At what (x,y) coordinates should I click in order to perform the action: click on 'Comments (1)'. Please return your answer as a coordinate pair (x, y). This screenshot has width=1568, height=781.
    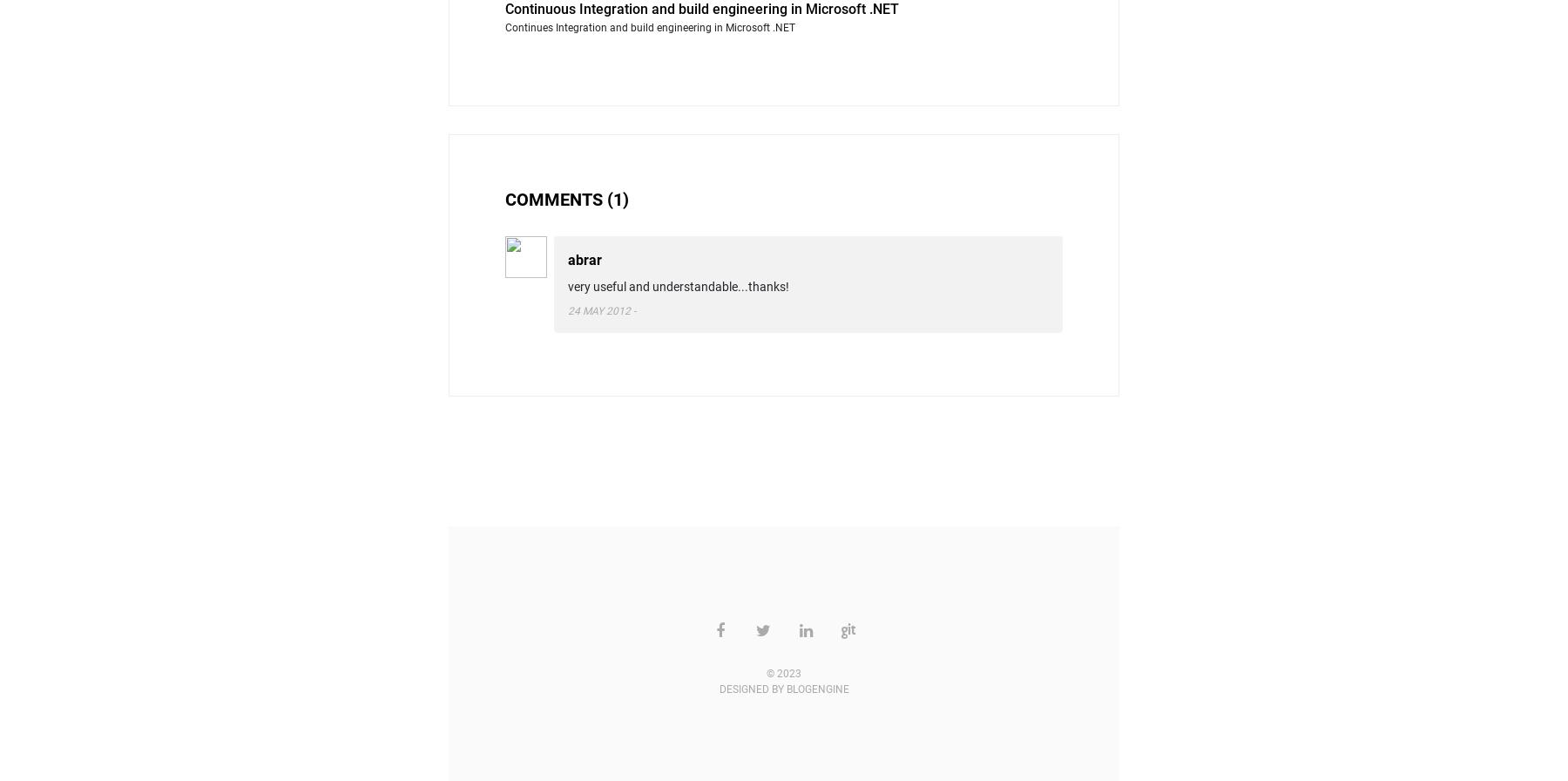
    Looking at the image, I should click on (567, 199).